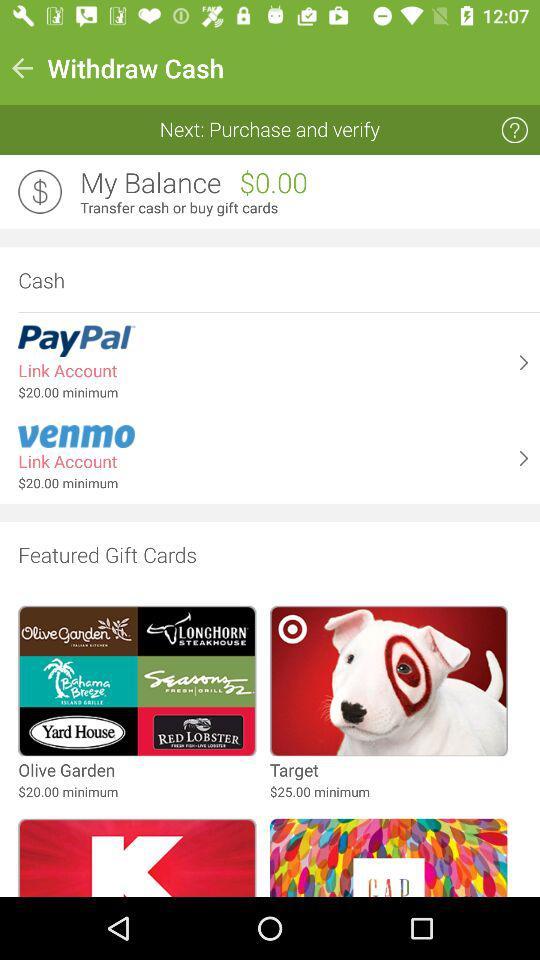 The height and width of the screenshot is (960, 540). What do you see at coordinates (66, 769) in the screenshot?
I see `olive garden icon` at bounding box center [66, 769].